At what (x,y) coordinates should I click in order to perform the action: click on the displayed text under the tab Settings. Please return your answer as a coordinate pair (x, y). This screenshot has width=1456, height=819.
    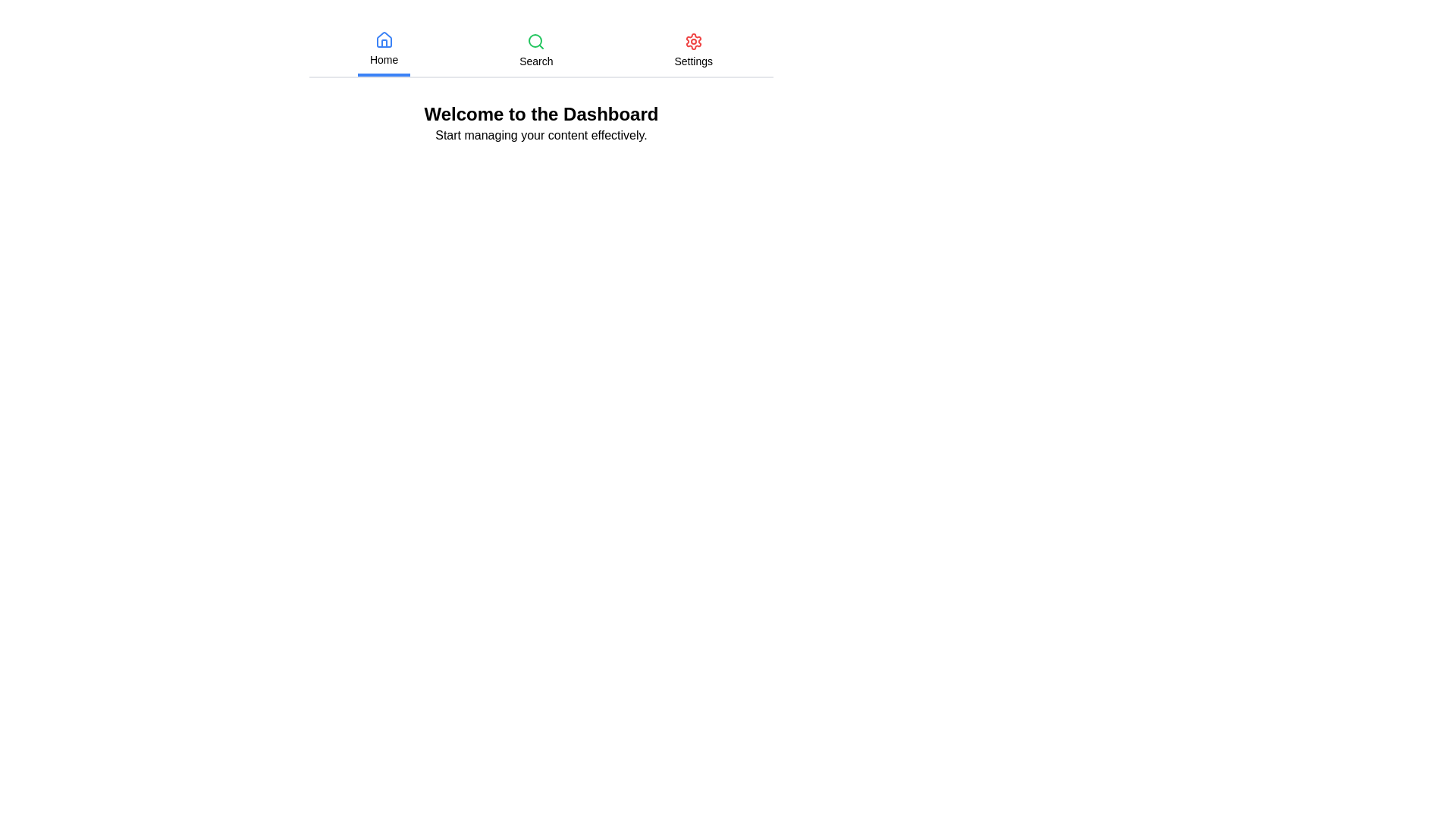
    Looking at the image, I should click on (692, 61).